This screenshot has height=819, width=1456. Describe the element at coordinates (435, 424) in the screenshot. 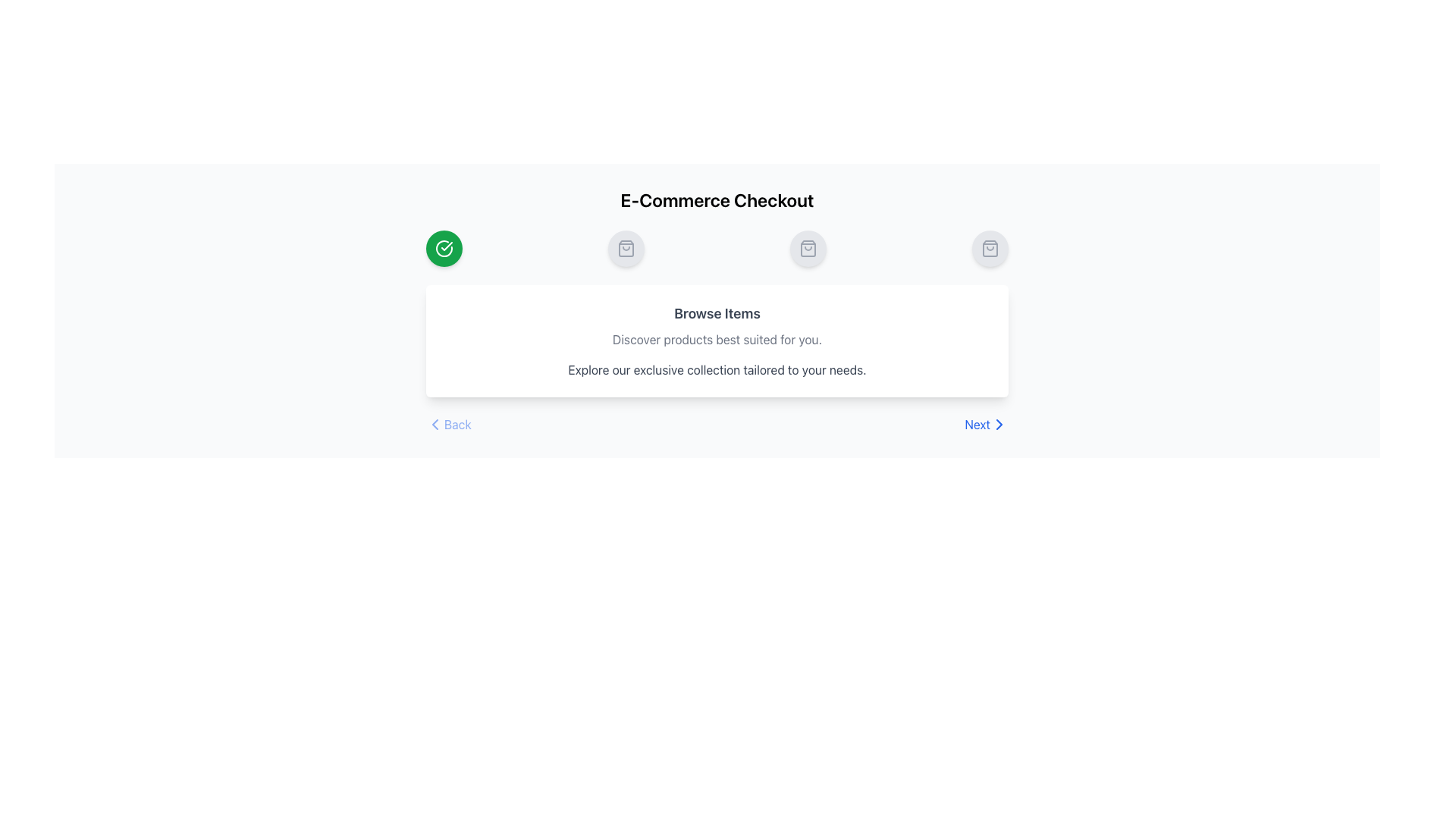

I see `the left-pointing chevron icon, which is a blue outlined icon part of the 'Back' button` at that location.